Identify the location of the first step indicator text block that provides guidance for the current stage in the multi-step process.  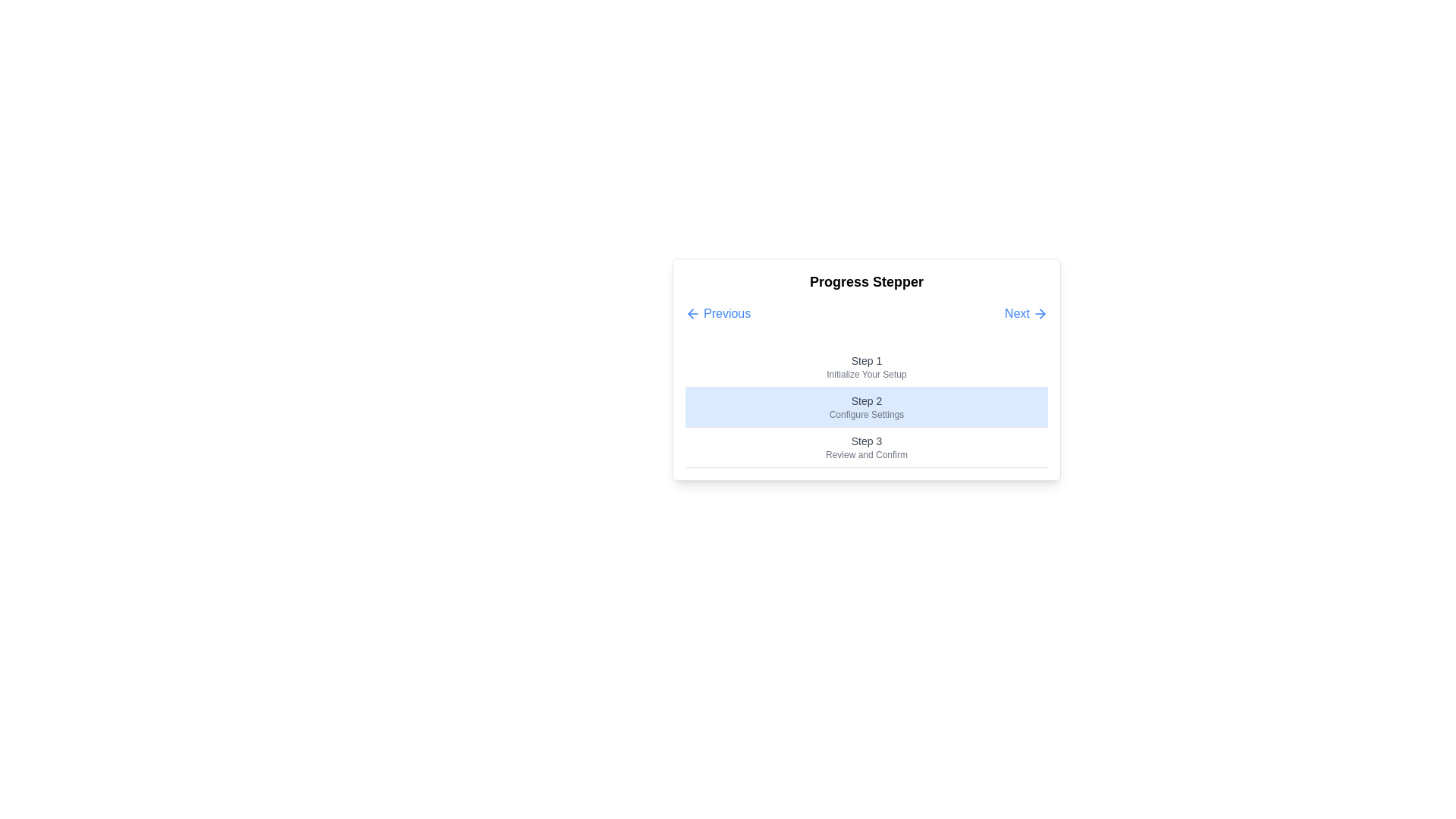
(866, 366).